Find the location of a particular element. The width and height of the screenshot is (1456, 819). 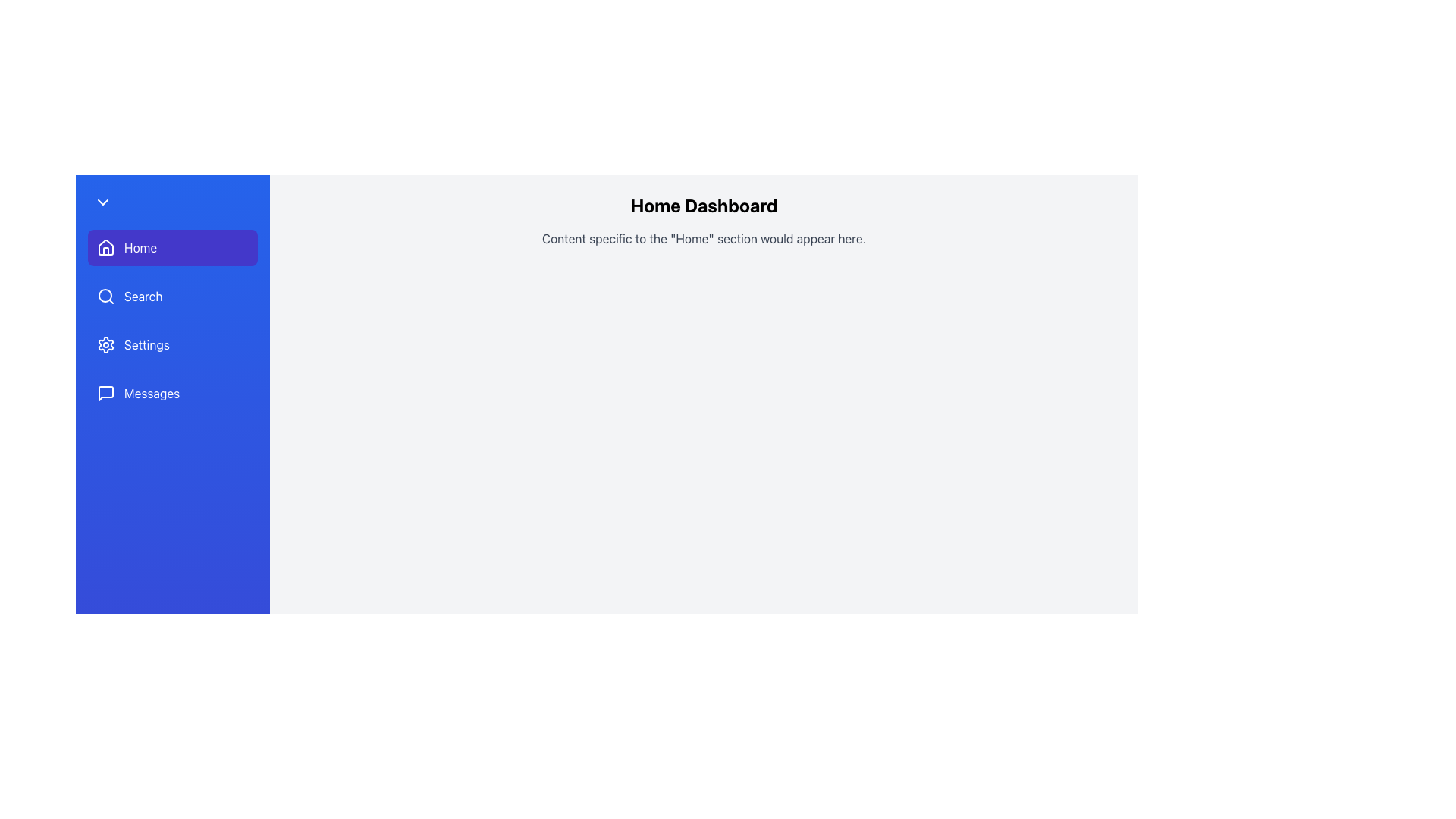

the 'Settings' button located in the vertical sidebar menu, which is the third item from the top is located at coordinates (172, 326).